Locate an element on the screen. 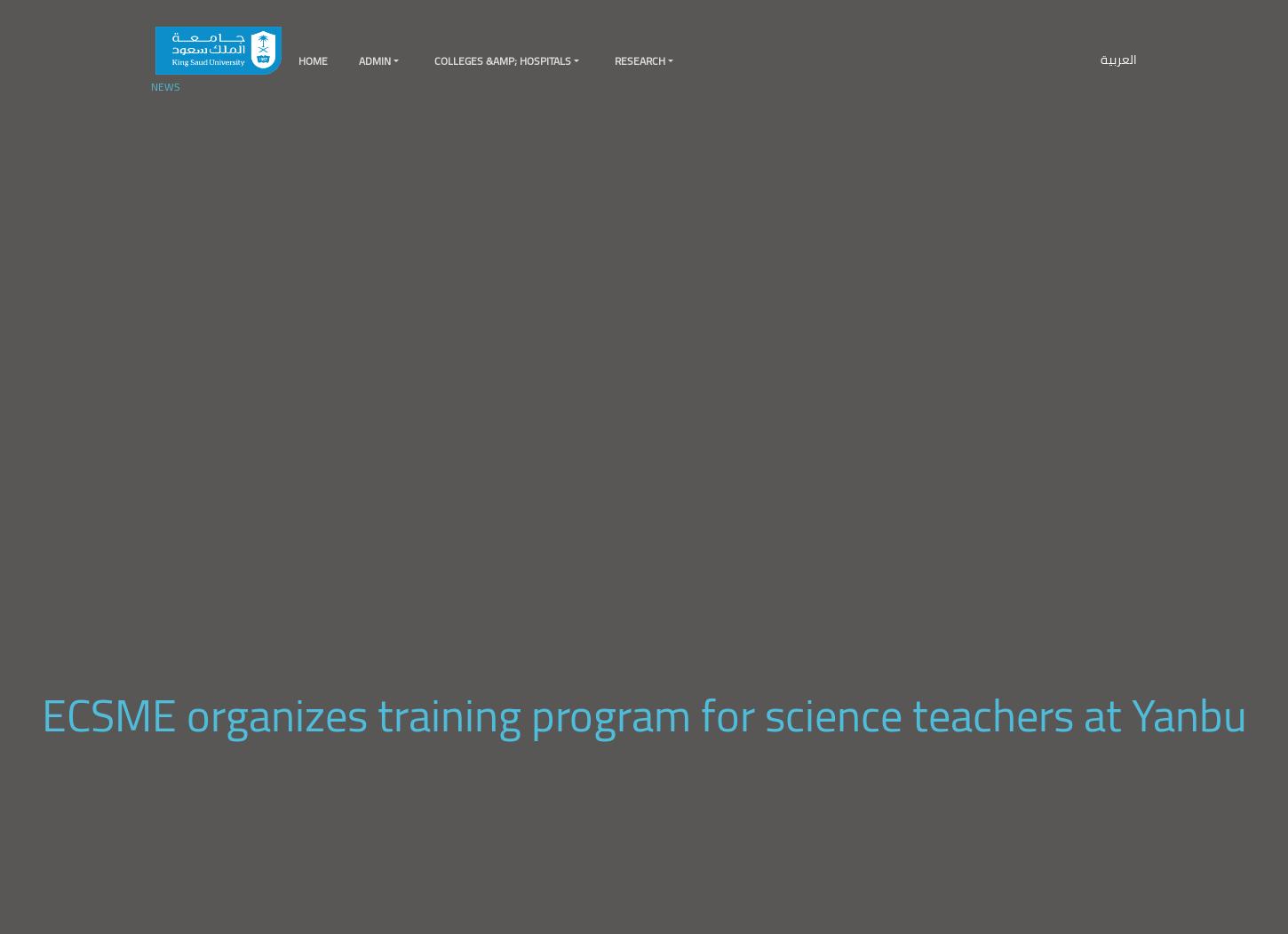 This screenshot has height=934, width=1288. 'KSU Medical City' is located at coordinates (505, 501).